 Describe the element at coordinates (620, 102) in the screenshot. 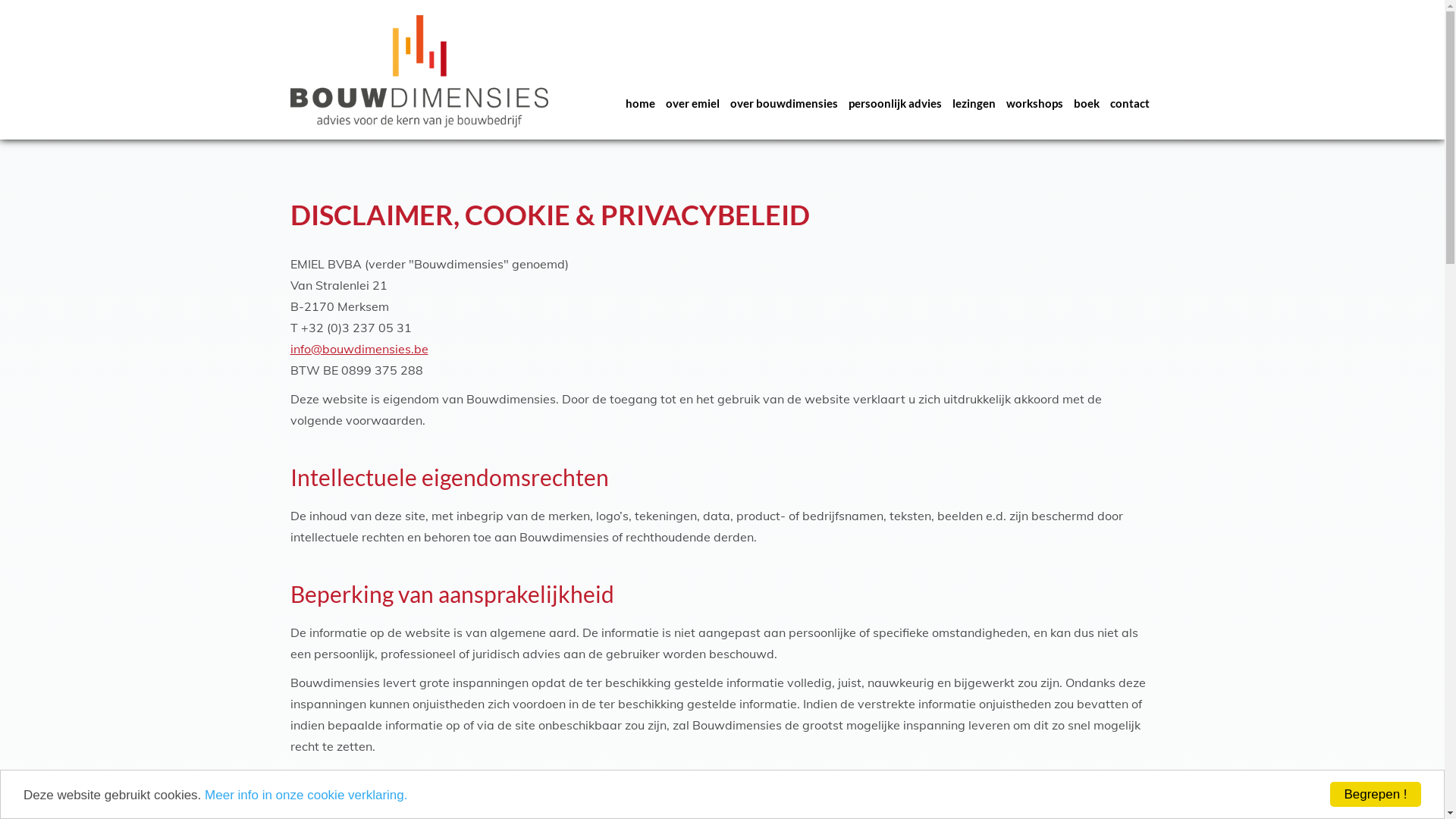

I see `'home'` at that location.